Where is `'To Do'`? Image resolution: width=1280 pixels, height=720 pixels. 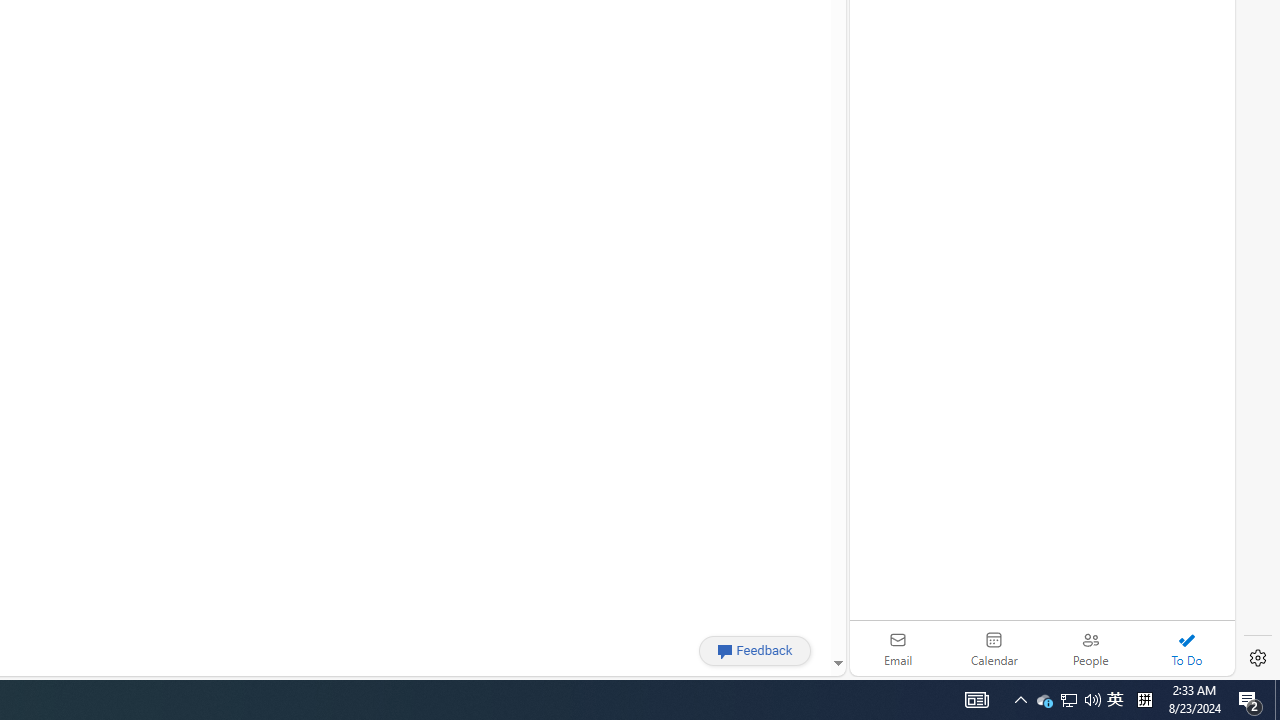
'To Do' is located at coordinates (1186, 648).